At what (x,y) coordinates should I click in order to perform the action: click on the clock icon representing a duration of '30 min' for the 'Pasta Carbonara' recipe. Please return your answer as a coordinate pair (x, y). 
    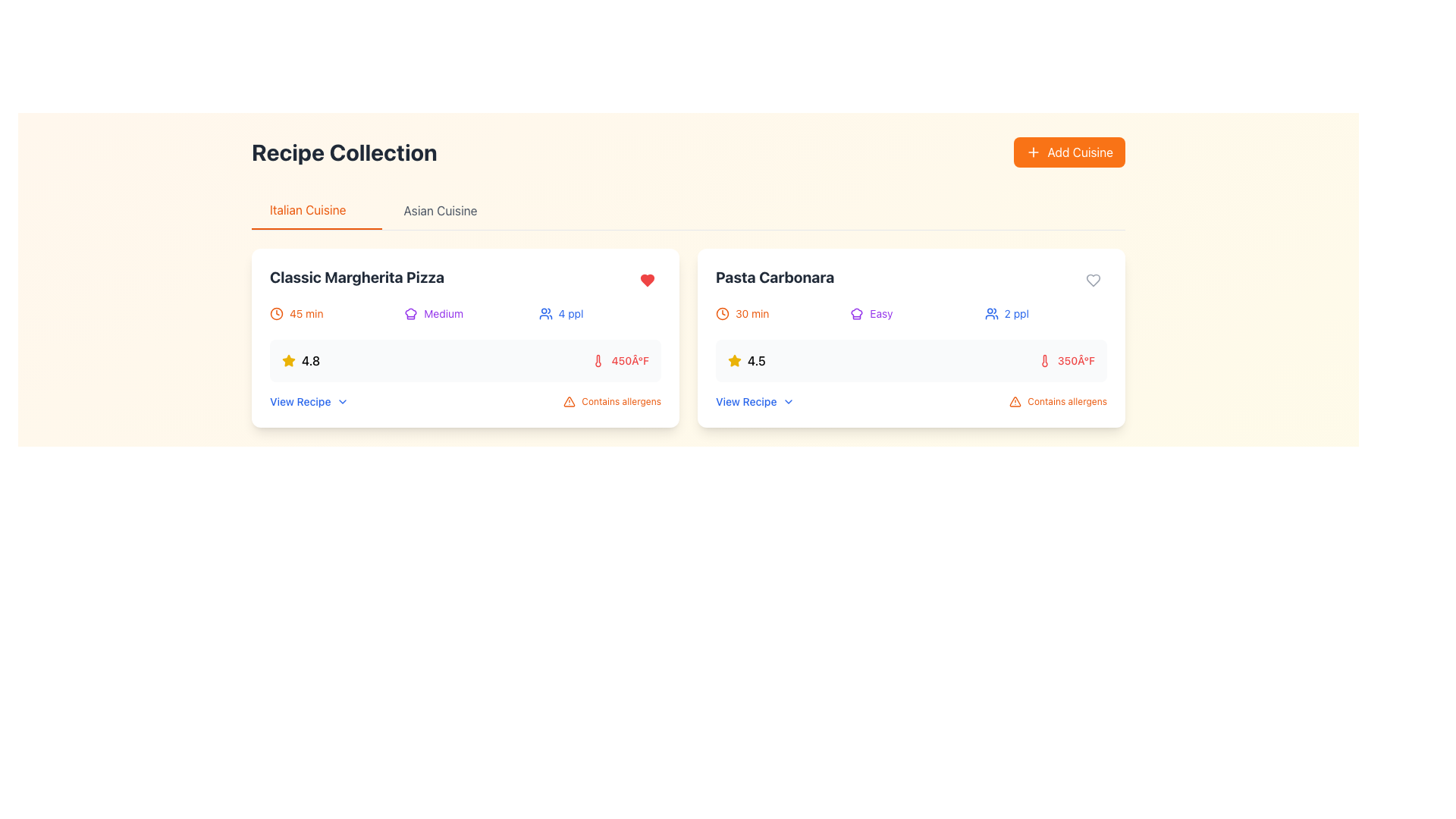
    Looking at the image, I should click on (722, 312).